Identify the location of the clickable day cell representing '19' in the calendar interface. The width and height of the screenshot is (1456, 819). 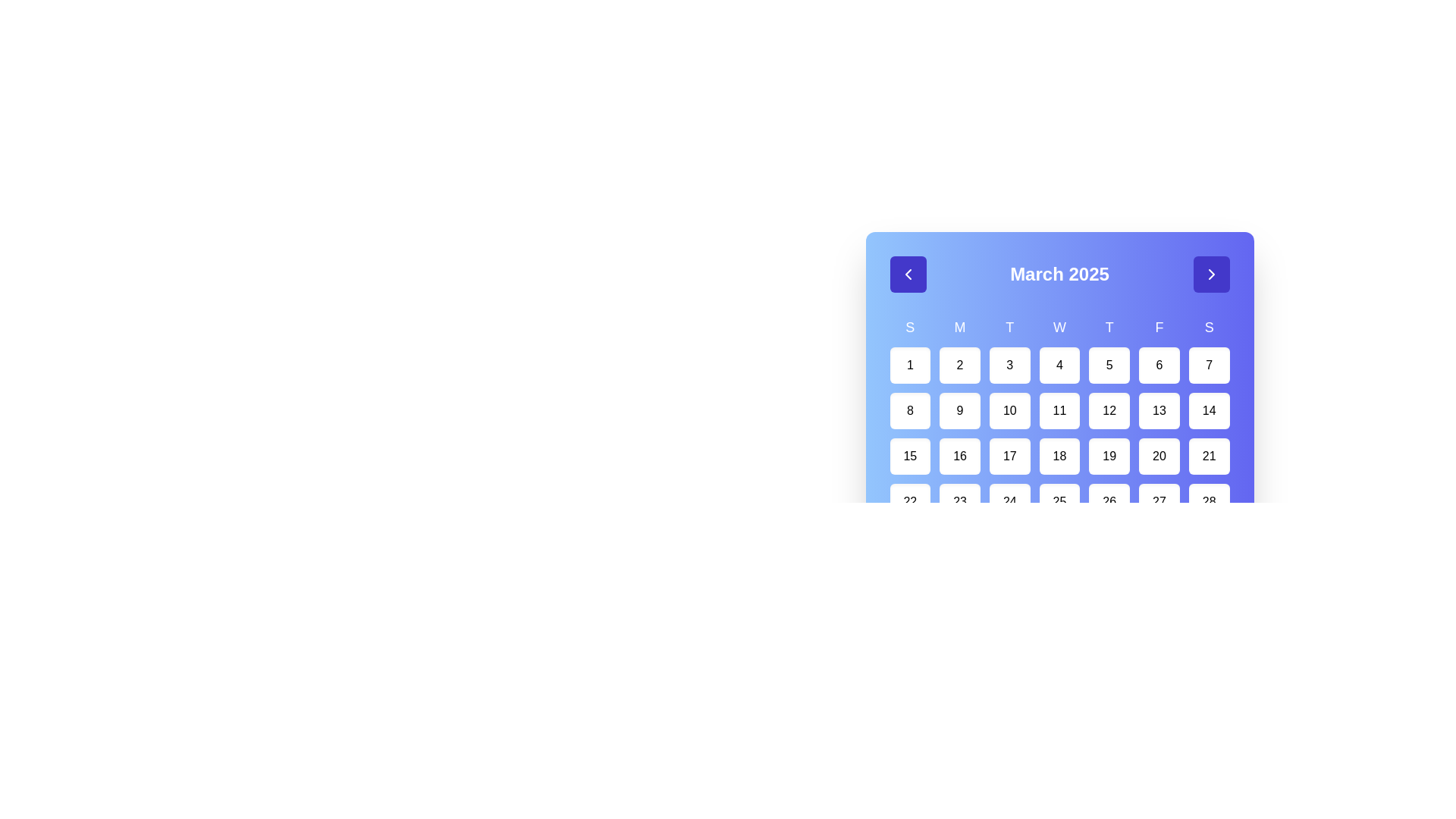
(1109, 455).